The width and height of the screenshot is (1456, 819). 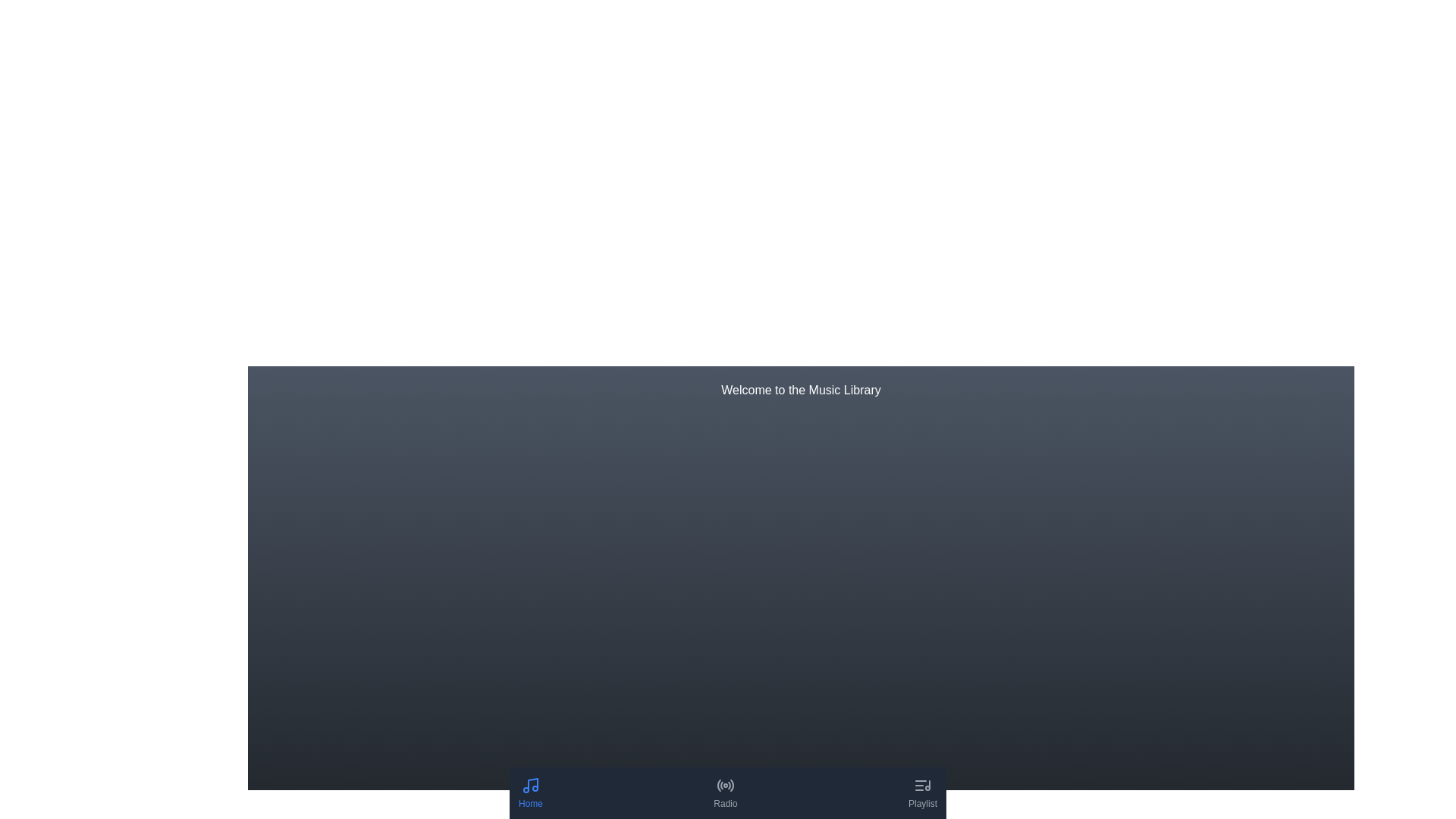 What do you see at coordinates (532, 783) in the screenshot?
I see `the vertical stem section of the music note icon located in the bottom-left corner of the graphical representation` at bounding box center [532, 783].